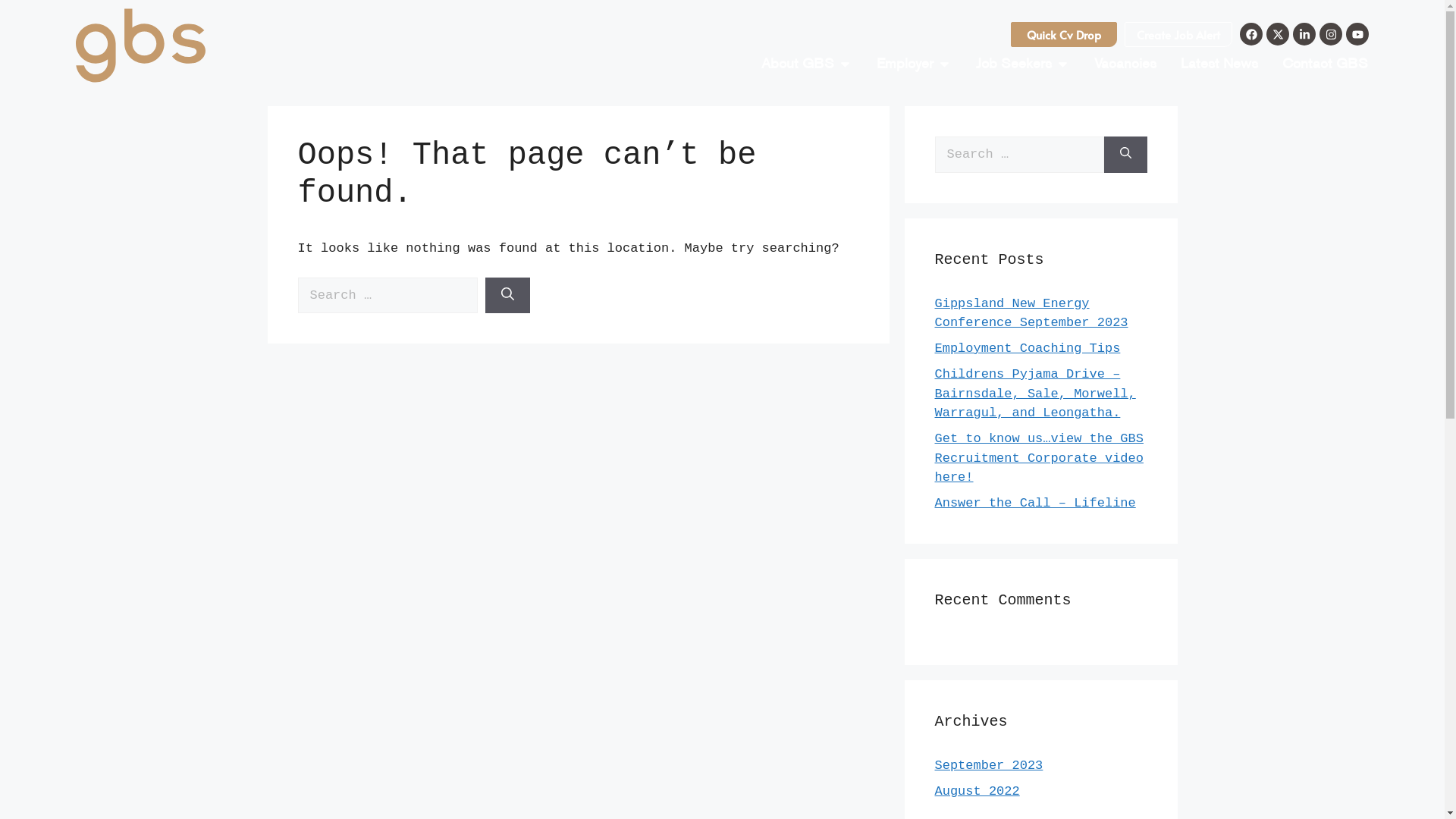  What do you see at coordinates (877, 63) in the screenshot?
I see `'Employer'` at bounding box center [877, 63].